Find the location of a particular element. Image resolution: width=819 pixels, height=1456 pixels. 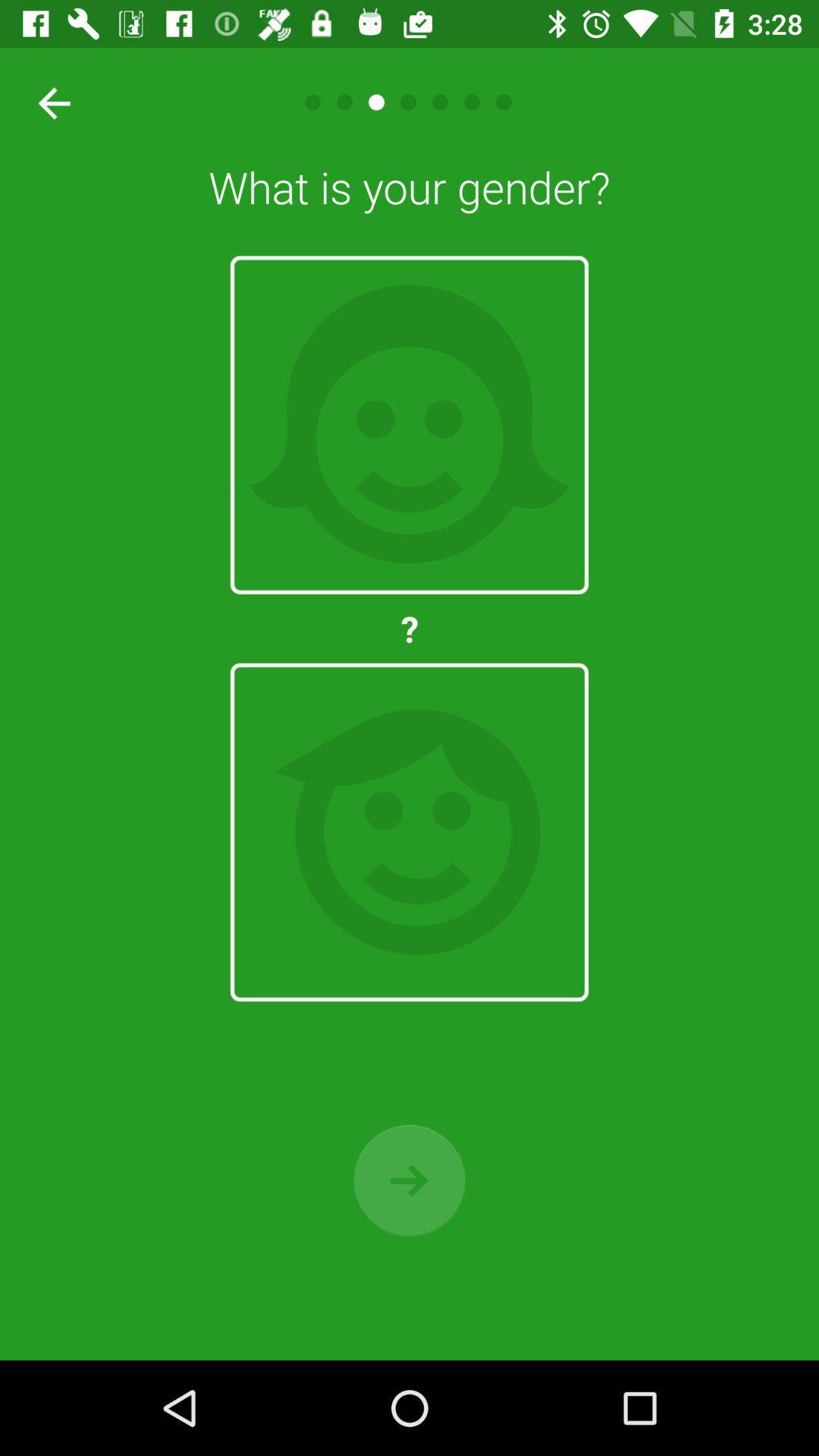

go forward is located at coordinates (409, 1179).